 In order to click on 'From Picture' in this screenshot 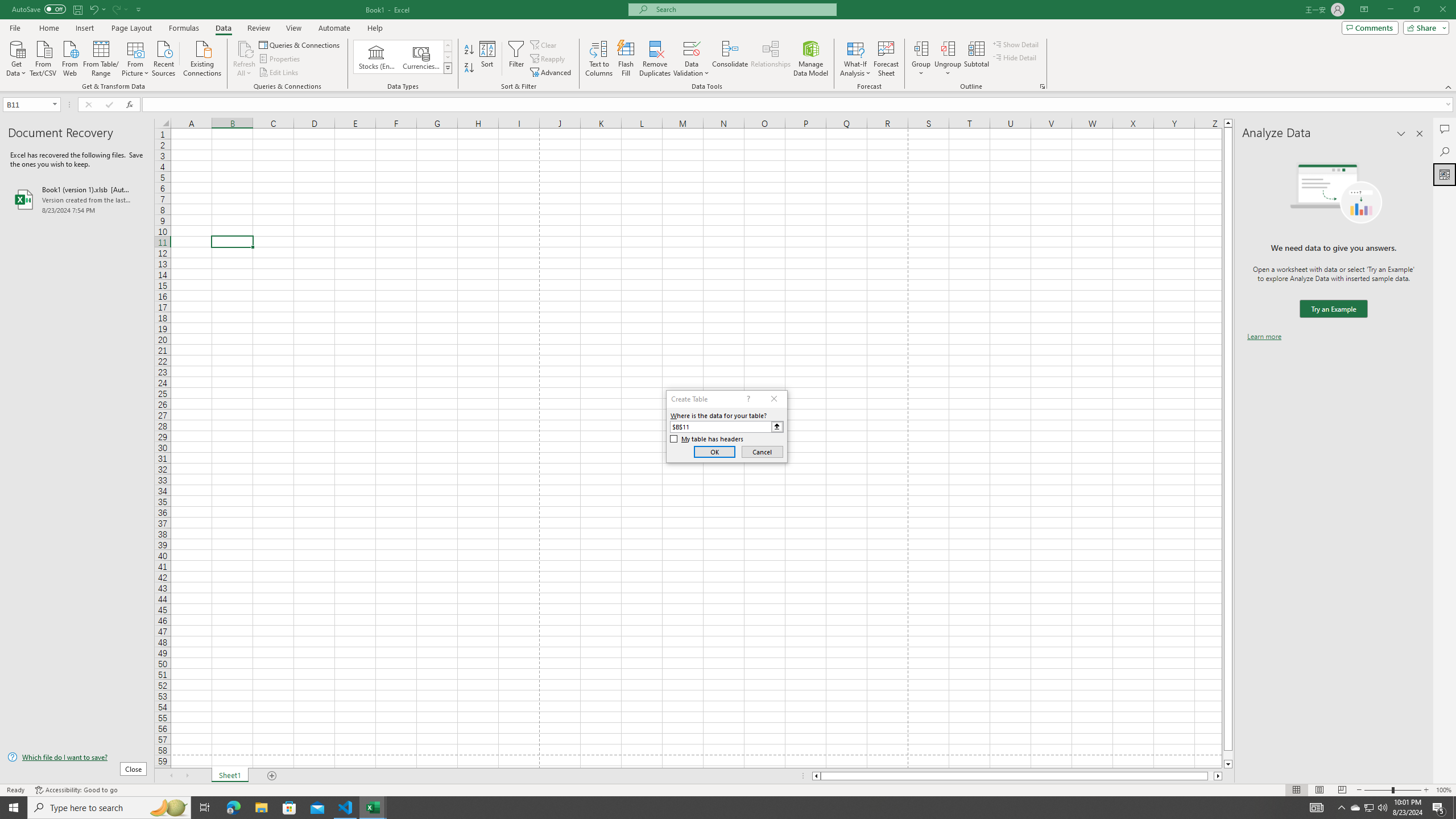, I will do `click(136, 57)`.